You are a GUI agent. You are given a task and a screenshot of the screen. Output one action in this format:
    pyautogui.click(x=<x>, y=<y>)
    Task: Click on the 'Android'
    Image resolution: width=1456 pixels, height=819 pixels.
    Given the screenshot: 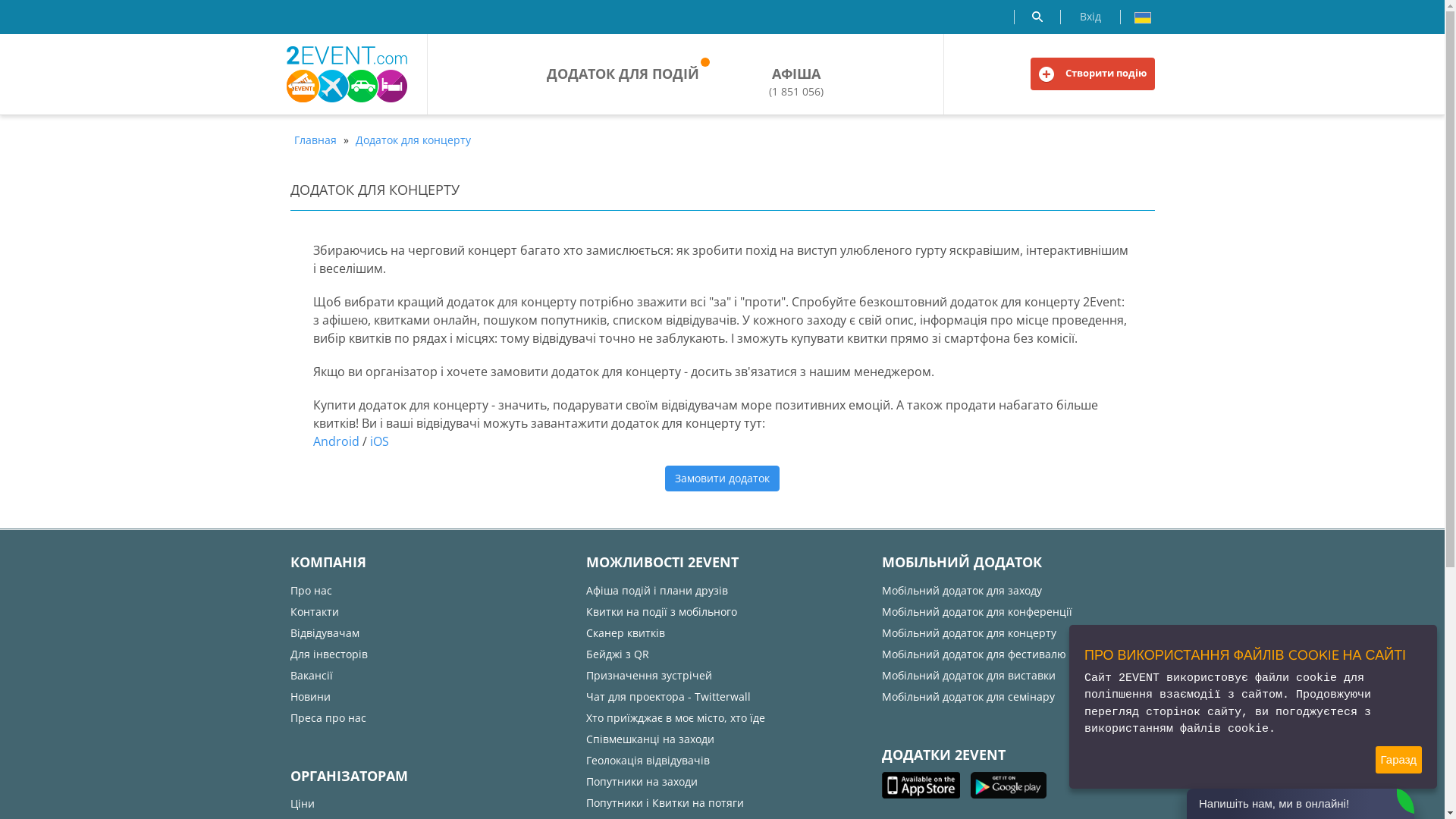 What is the action you would take?
    pyautogui.click(x=334, y=441)
    